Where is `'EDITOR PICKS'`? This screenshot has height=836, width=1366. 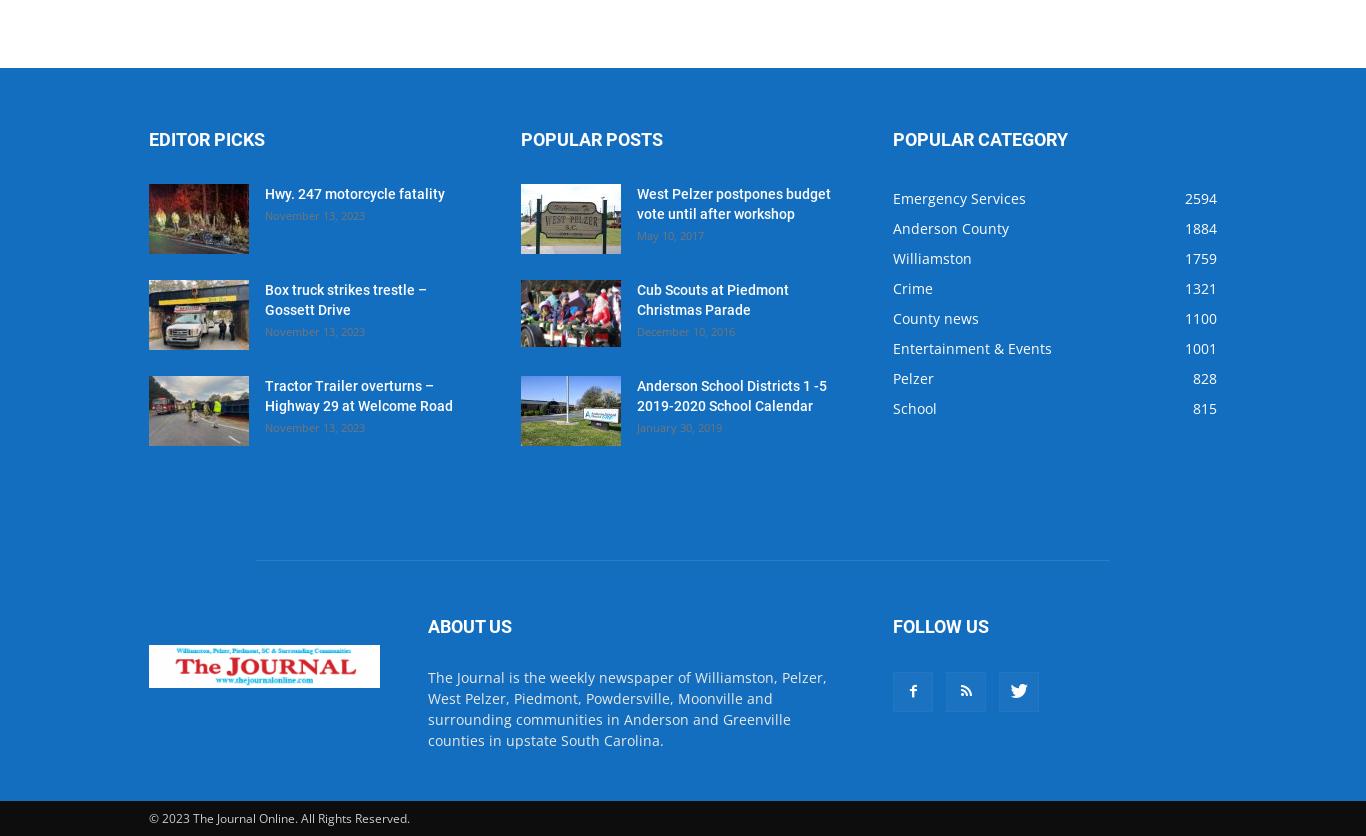
'EDITOR PICKS' is located at coordinates (148, 138).